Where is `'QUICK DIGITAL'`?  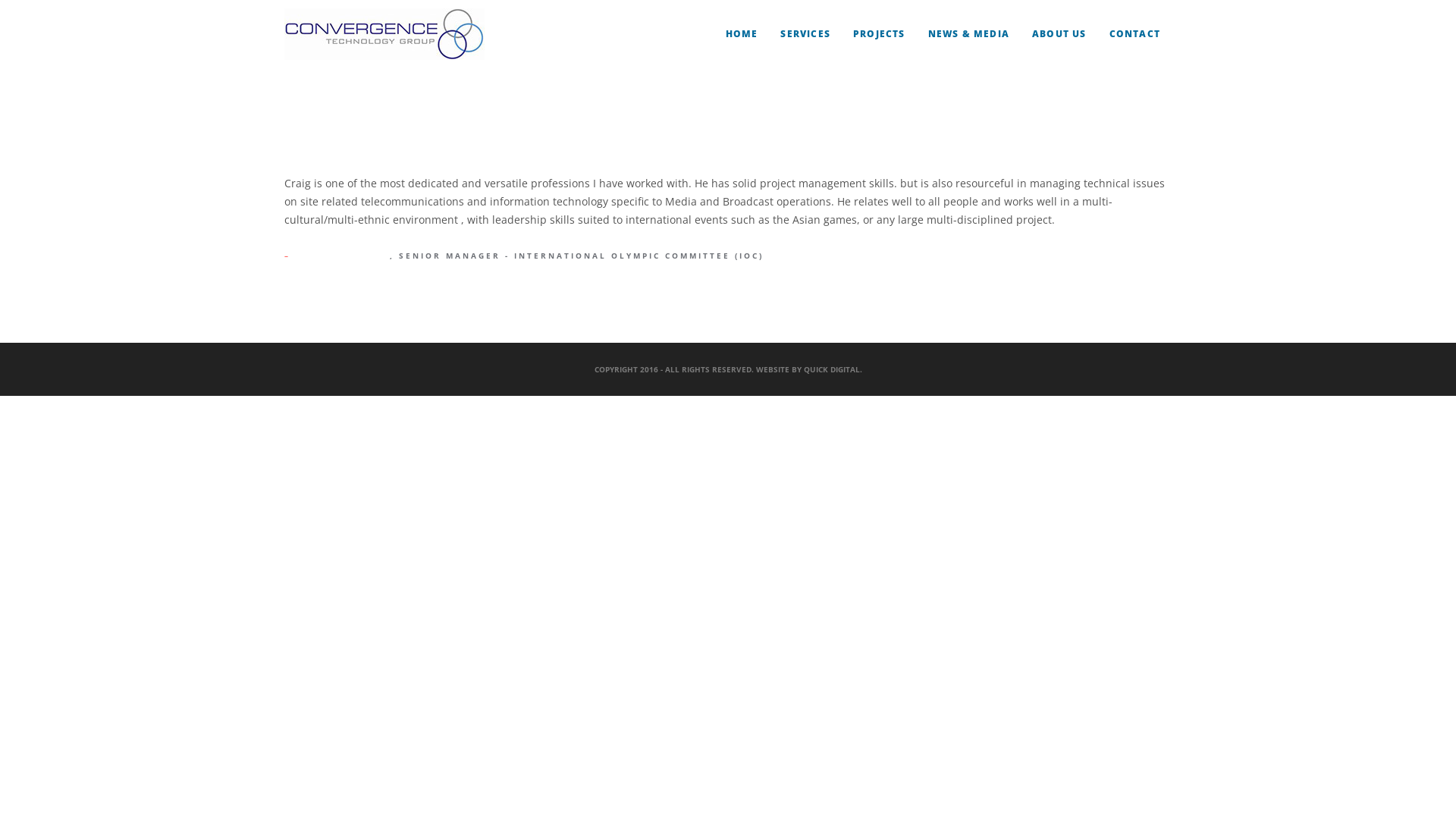
'QUICK DIGITAL' is located at coordinates (831, 369).